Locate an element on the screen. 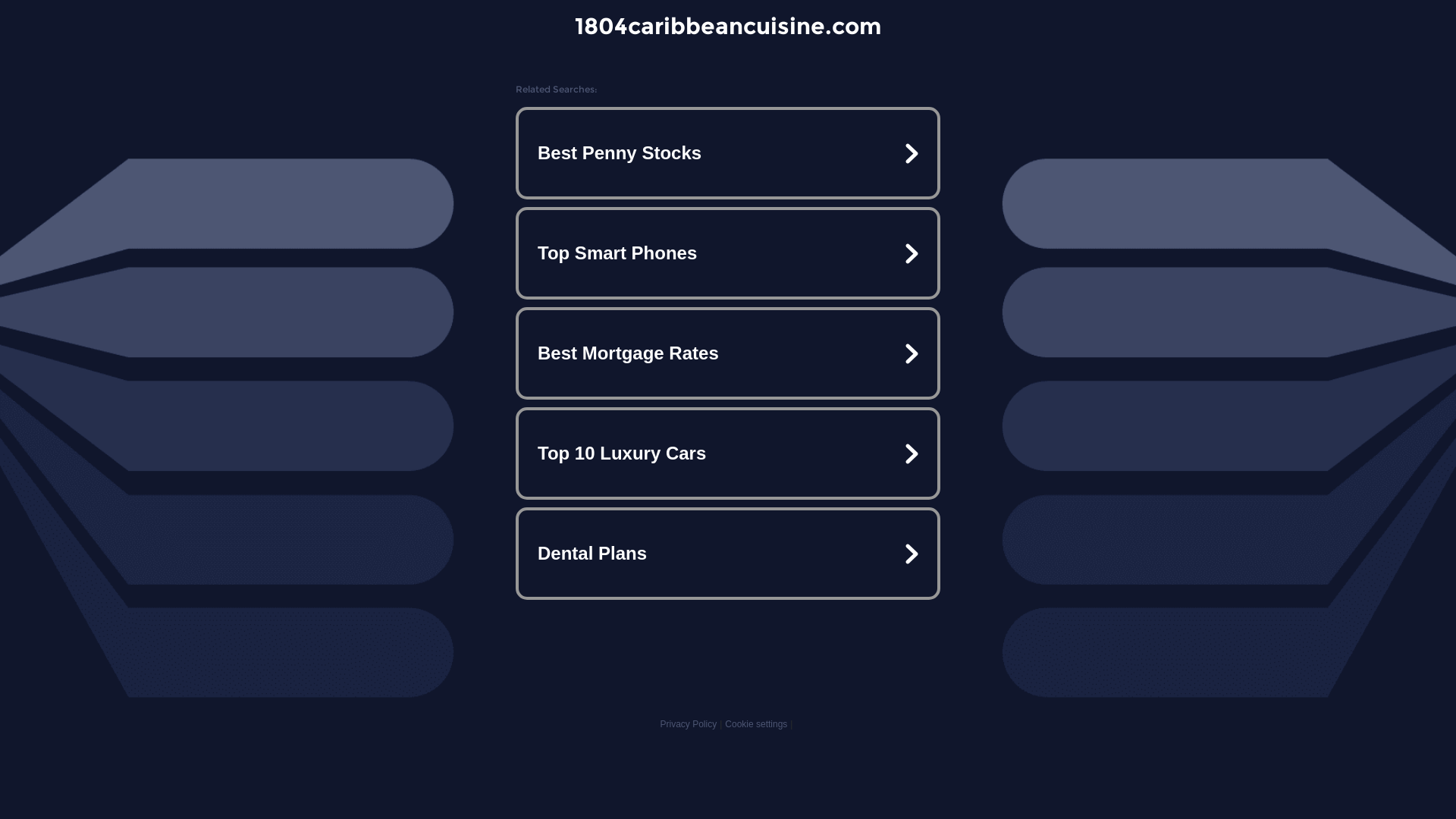  'Top Smart Phones' is located at coordinates (728, 253).